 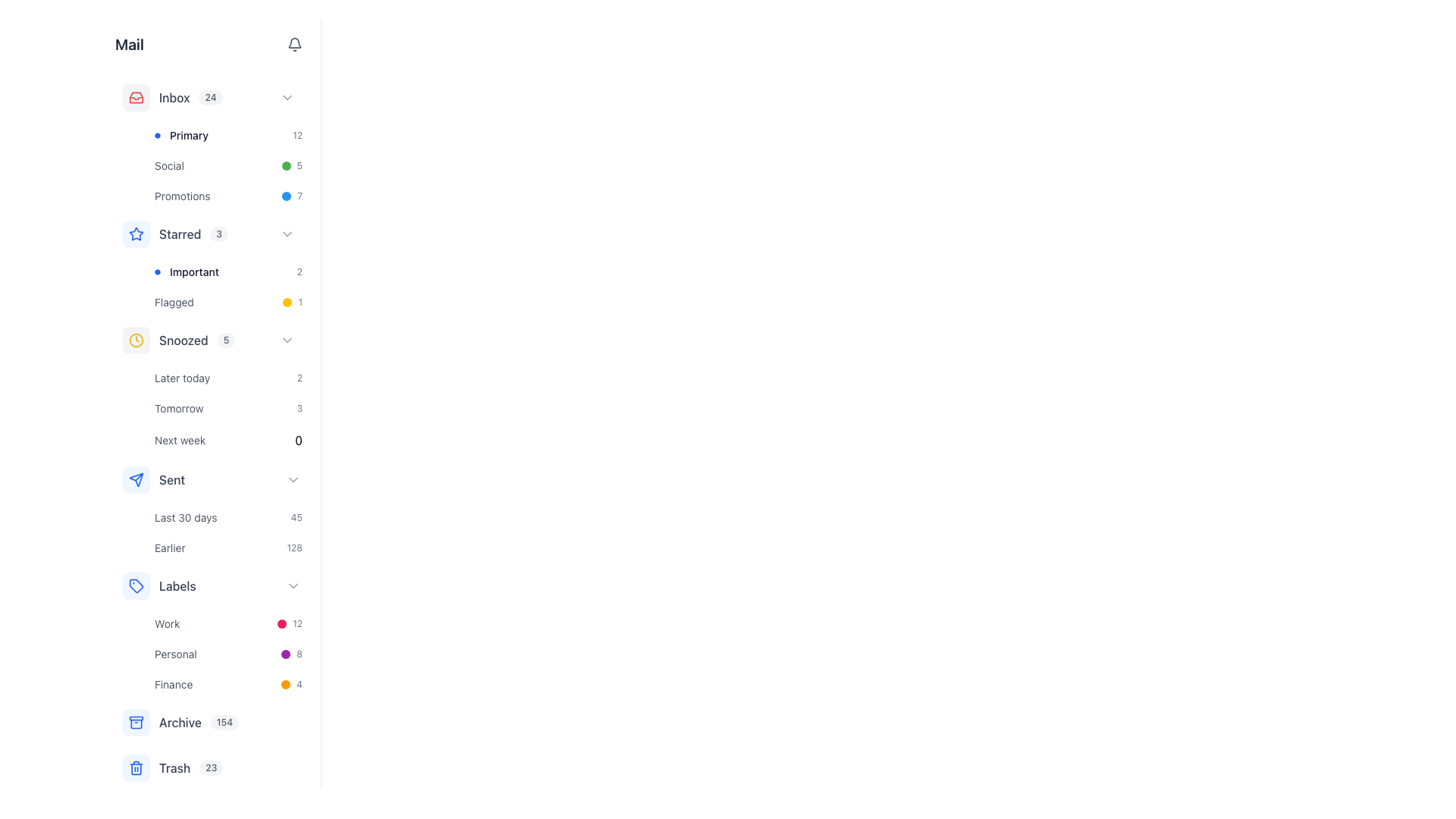 I want to click on the 'Promotions' text label located in the left vertical navigation bar, which helps users identify promotional emails, so click(x=182, y=195).